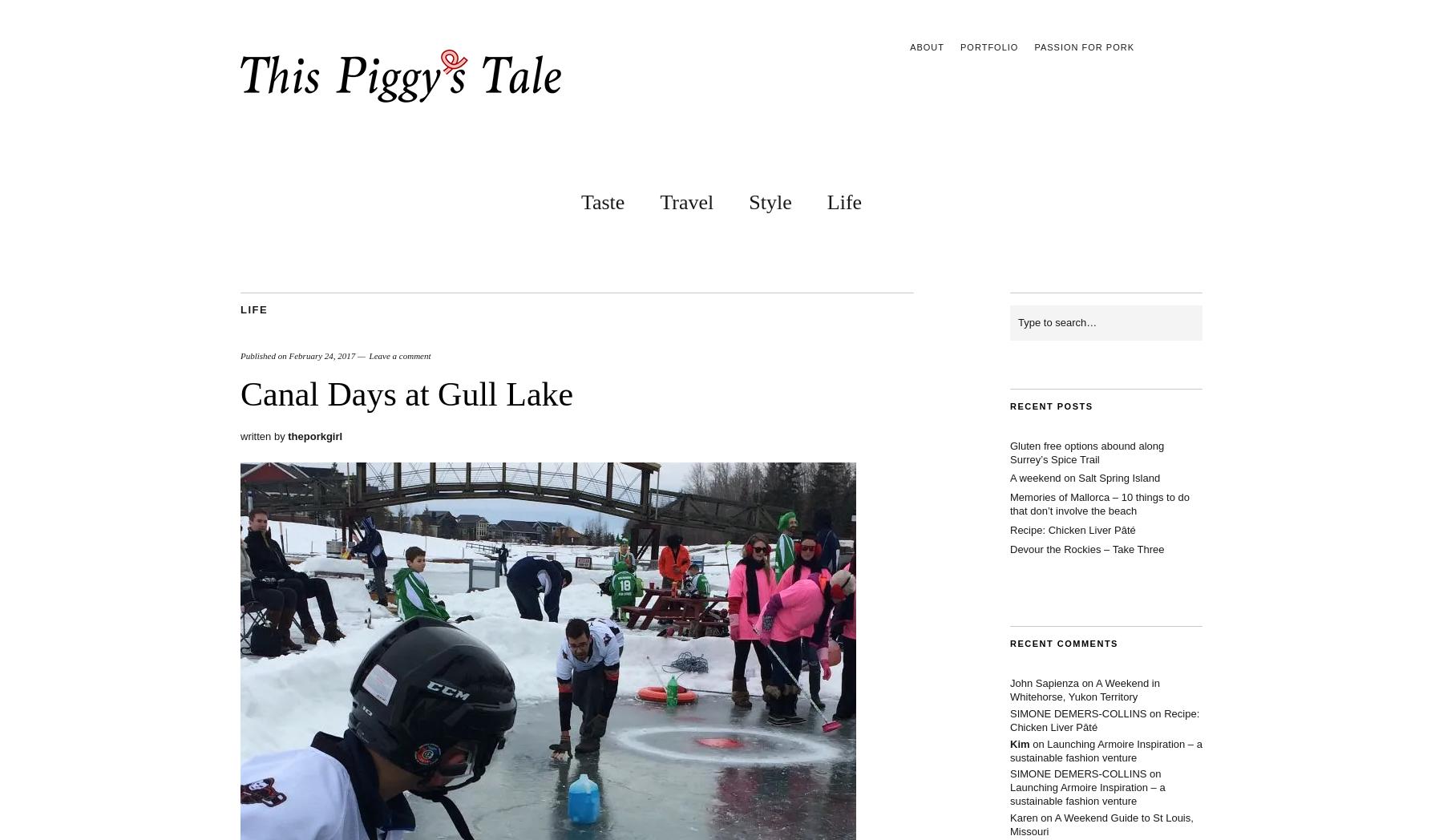 Image resolution: width=1443 pixels, height=840 pixels. Describe the element at coordinates (601, 202) in the screenshot. I see `'Taste'` at that location.